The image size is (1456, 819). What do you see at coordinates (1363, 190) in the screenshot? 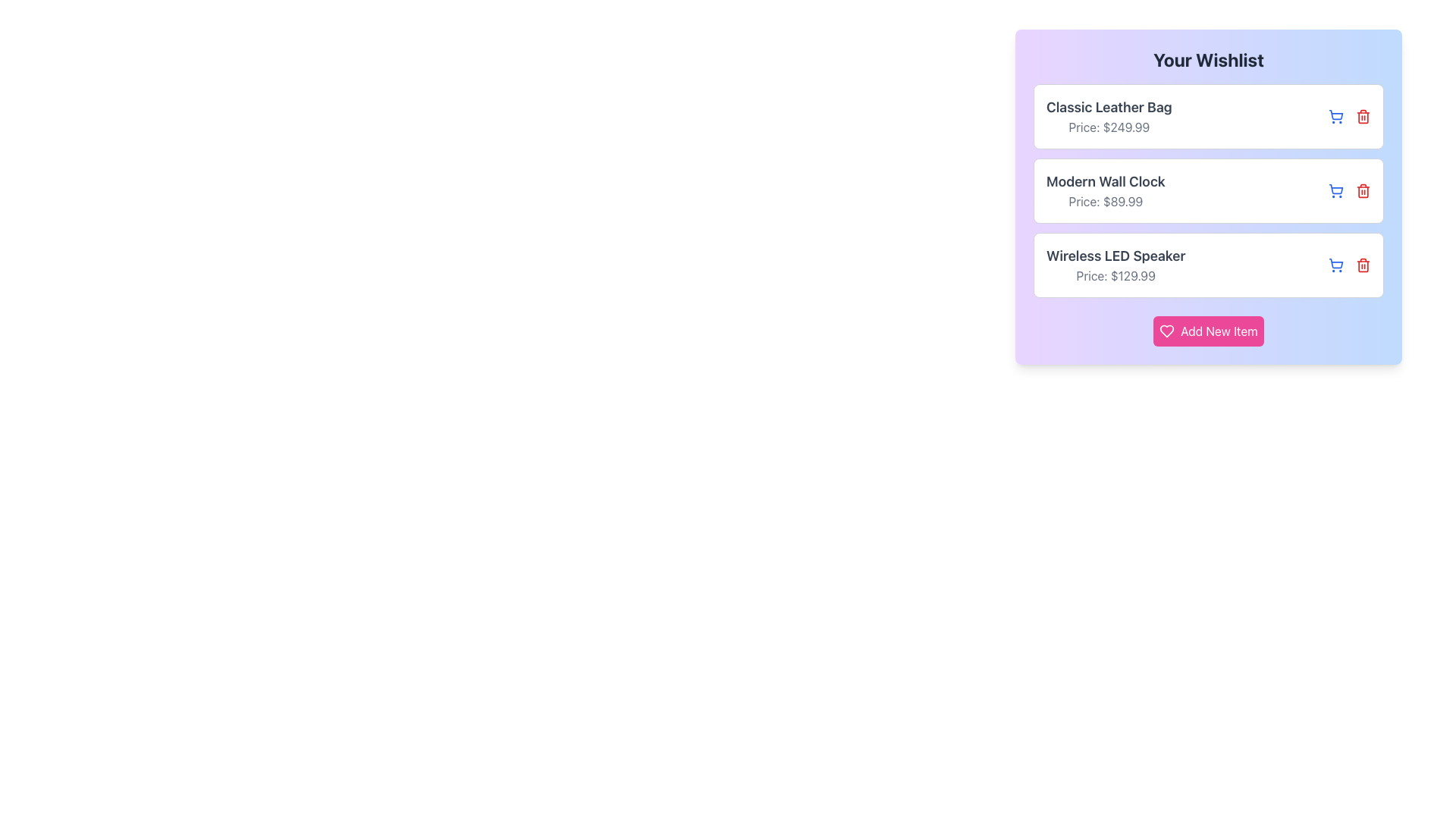
I see `the red trash bin icon located at the end of the horizontal row representing the second wishlist item` at bounding box center [1363, 190].